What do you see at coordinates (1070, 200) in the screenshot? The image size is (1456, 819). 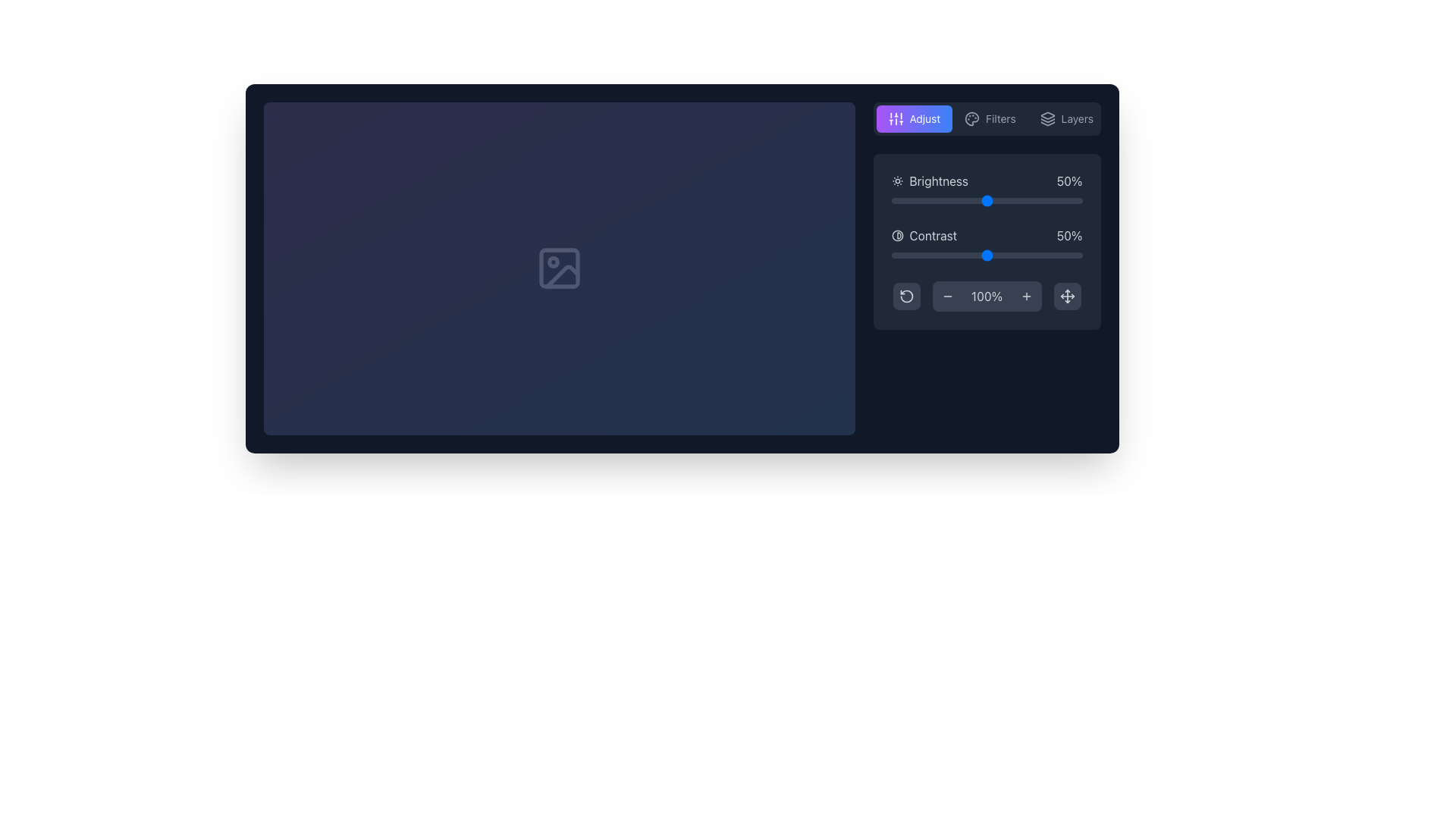 I see `the slider value` at bounding box center [1070, 200].